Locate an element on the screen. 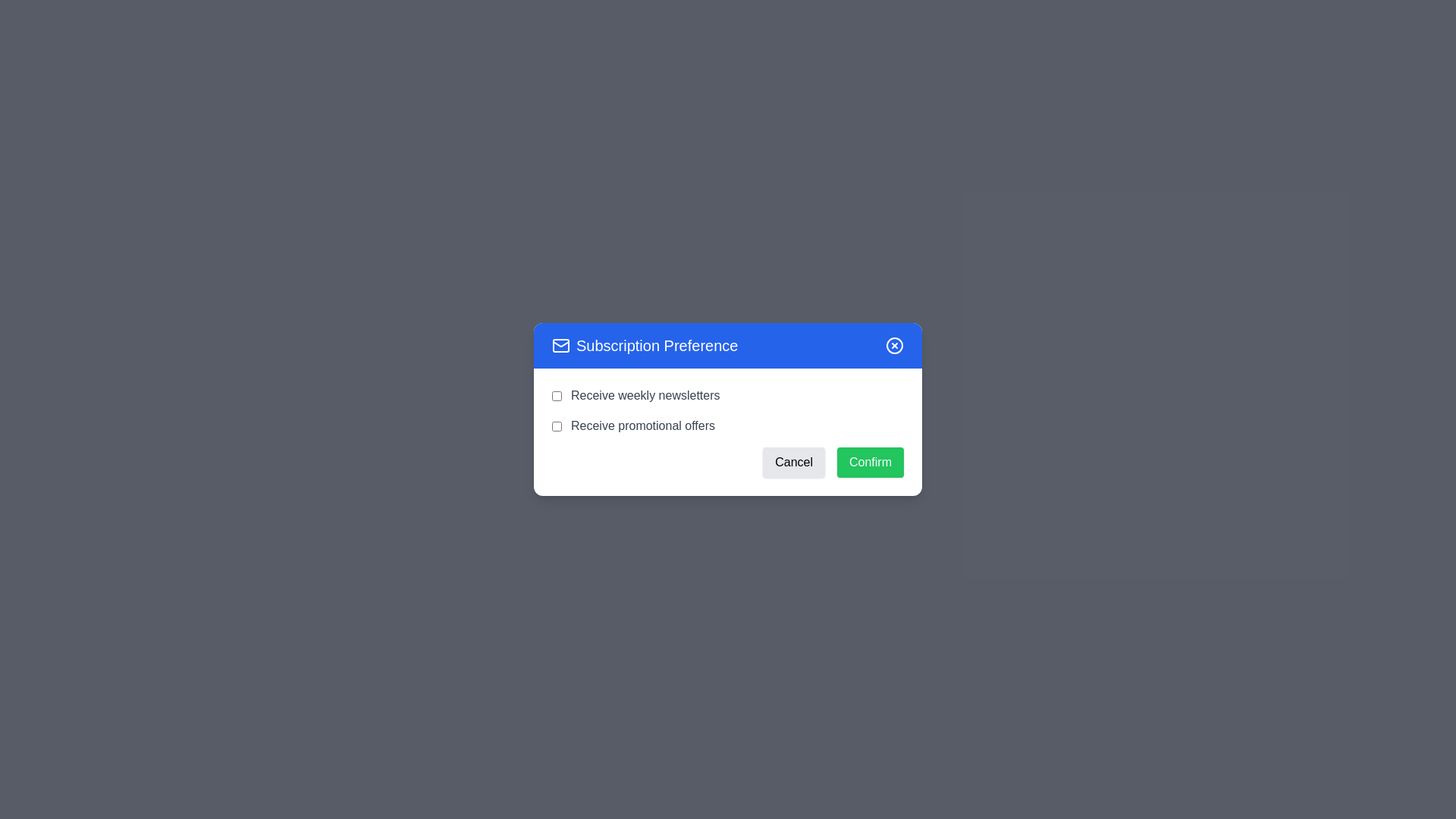 This screenshot has height=819, width=1456. the 'Cancel' button to close the dialog is located at coordinates (792, 461).